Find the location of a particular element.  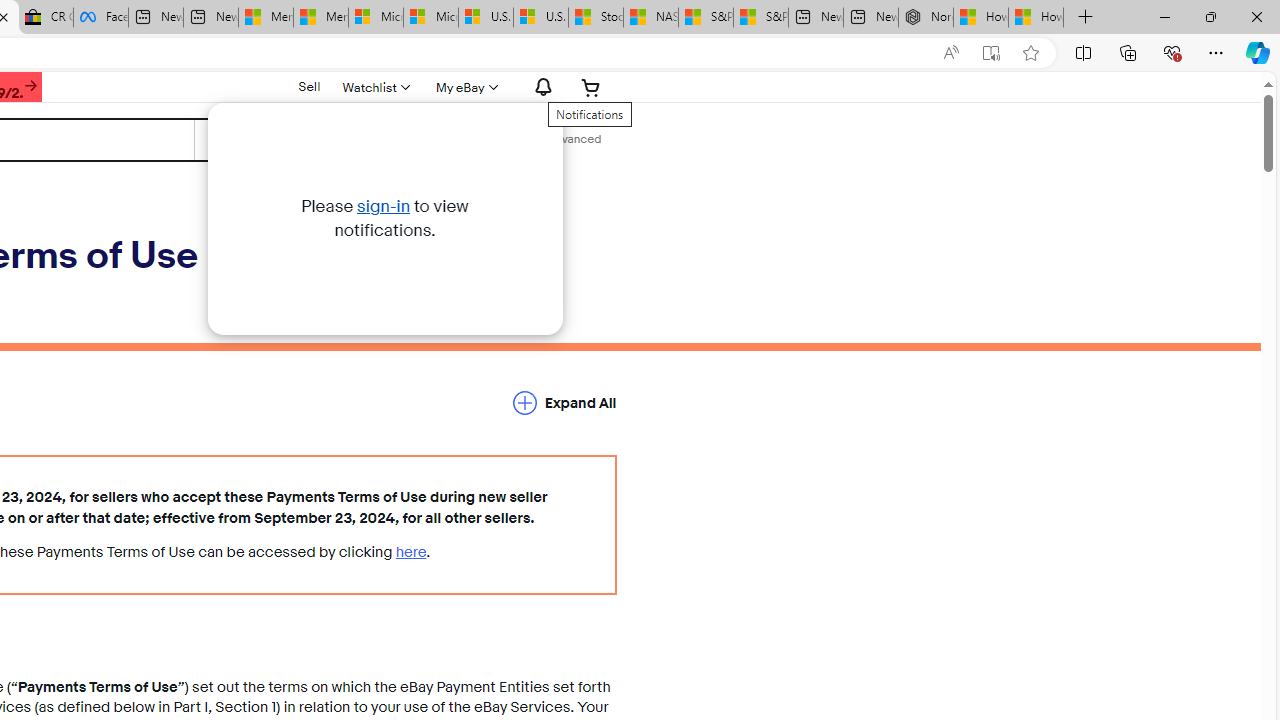

'S&P 500, Nasdaq end lower, weighed by Nvidia dip | Watch' is located at coordinates (759, 17).